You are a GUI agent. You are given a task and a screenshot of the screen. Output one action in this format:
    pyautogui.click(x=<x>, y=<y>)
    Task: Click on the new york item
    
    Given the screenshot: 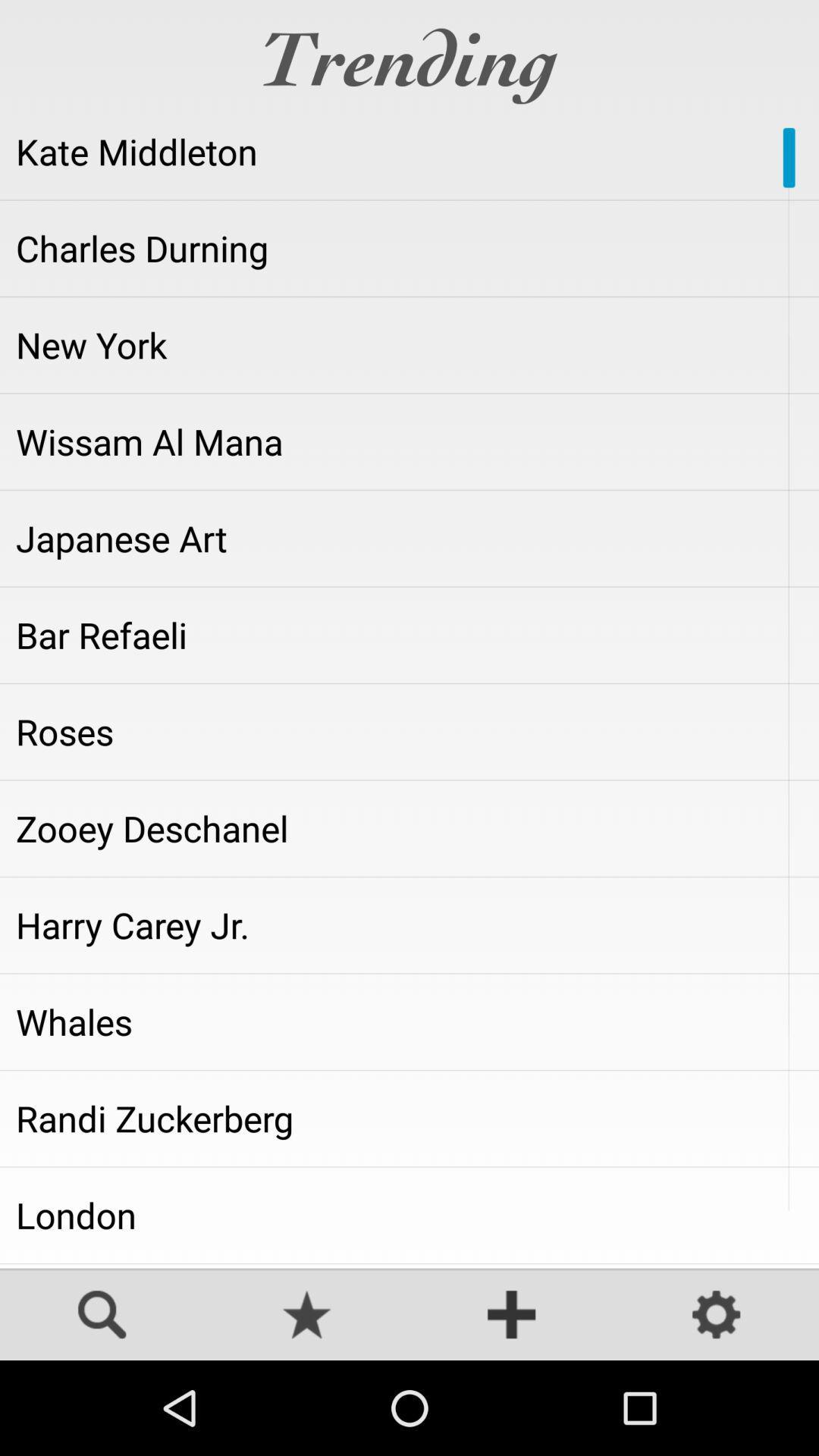 What is the action you would take?
    pyautogui.click(x=409, y=344)
    